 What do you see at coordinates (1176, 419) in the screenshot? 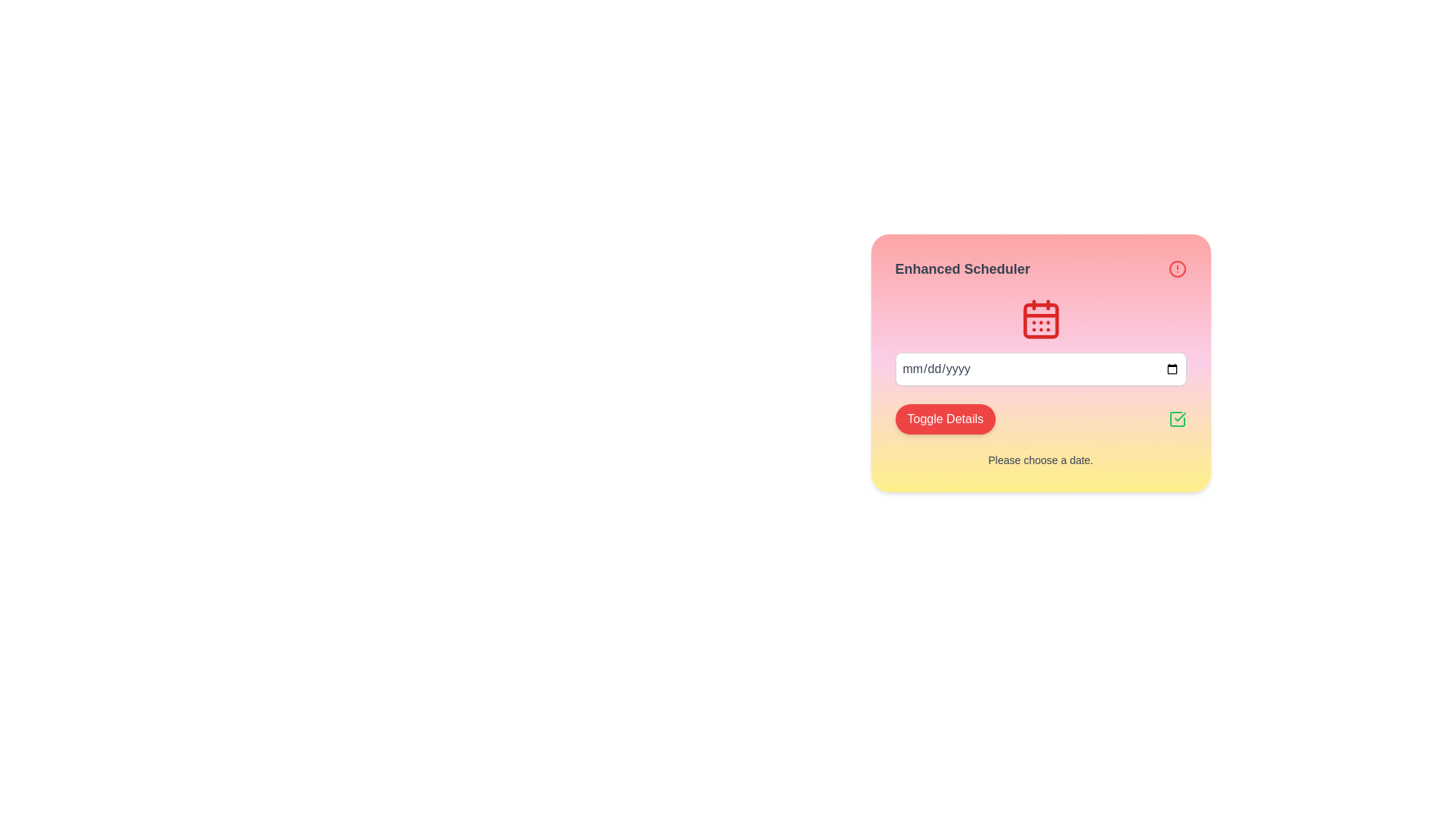
I see `the square icon with rounded corners containing a green checkmark, located at the bottom-right corner of the UI card, below the 'Toggle Details' button` at bounding box center [1176, 419].